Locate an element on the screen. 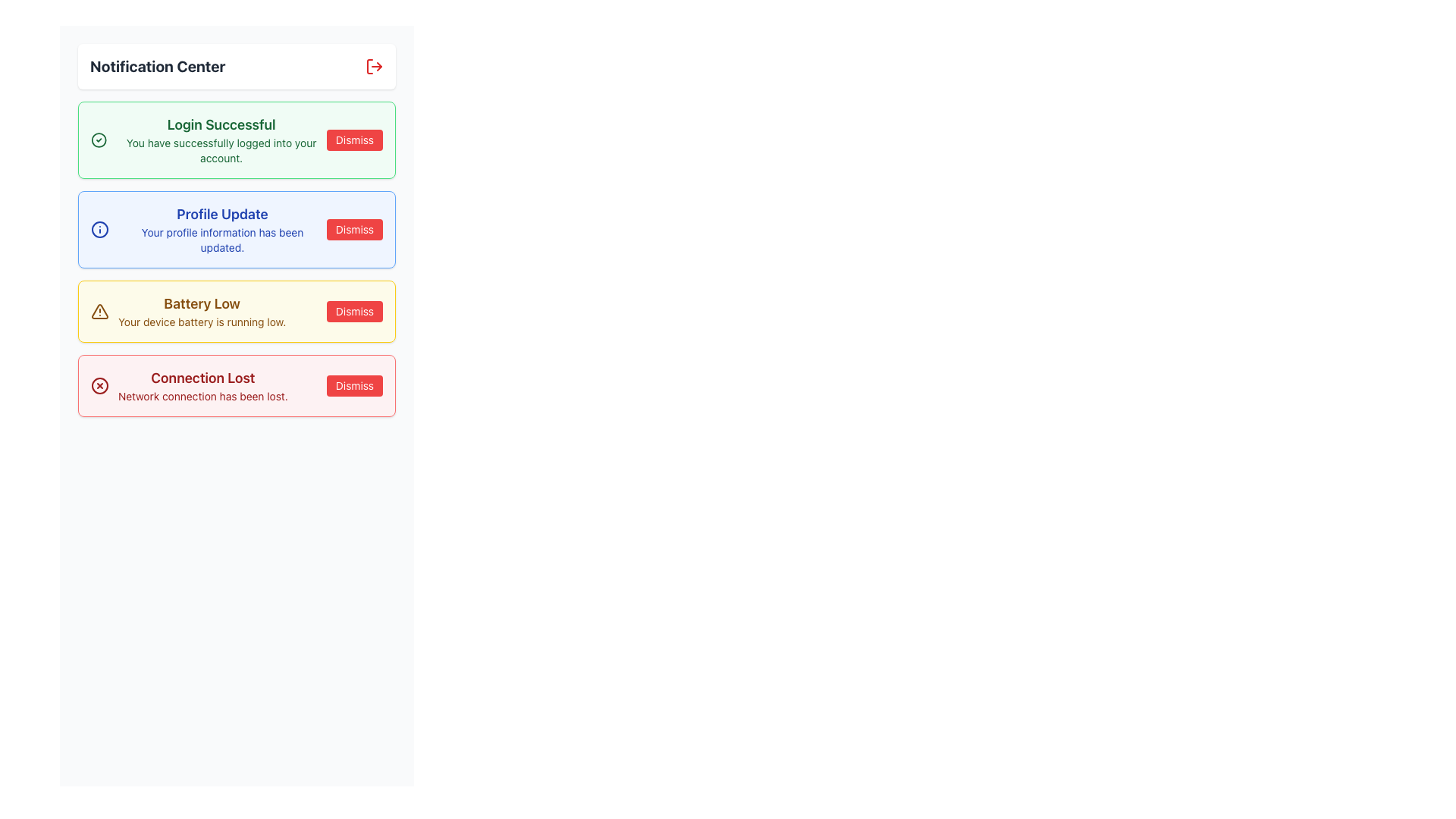 This screenshot has height=819, width=1456. the 'Dismiss' button located at the far-right end of the 'Connection Lost' notification to observe visual changes is located at coordinates (353, 385).